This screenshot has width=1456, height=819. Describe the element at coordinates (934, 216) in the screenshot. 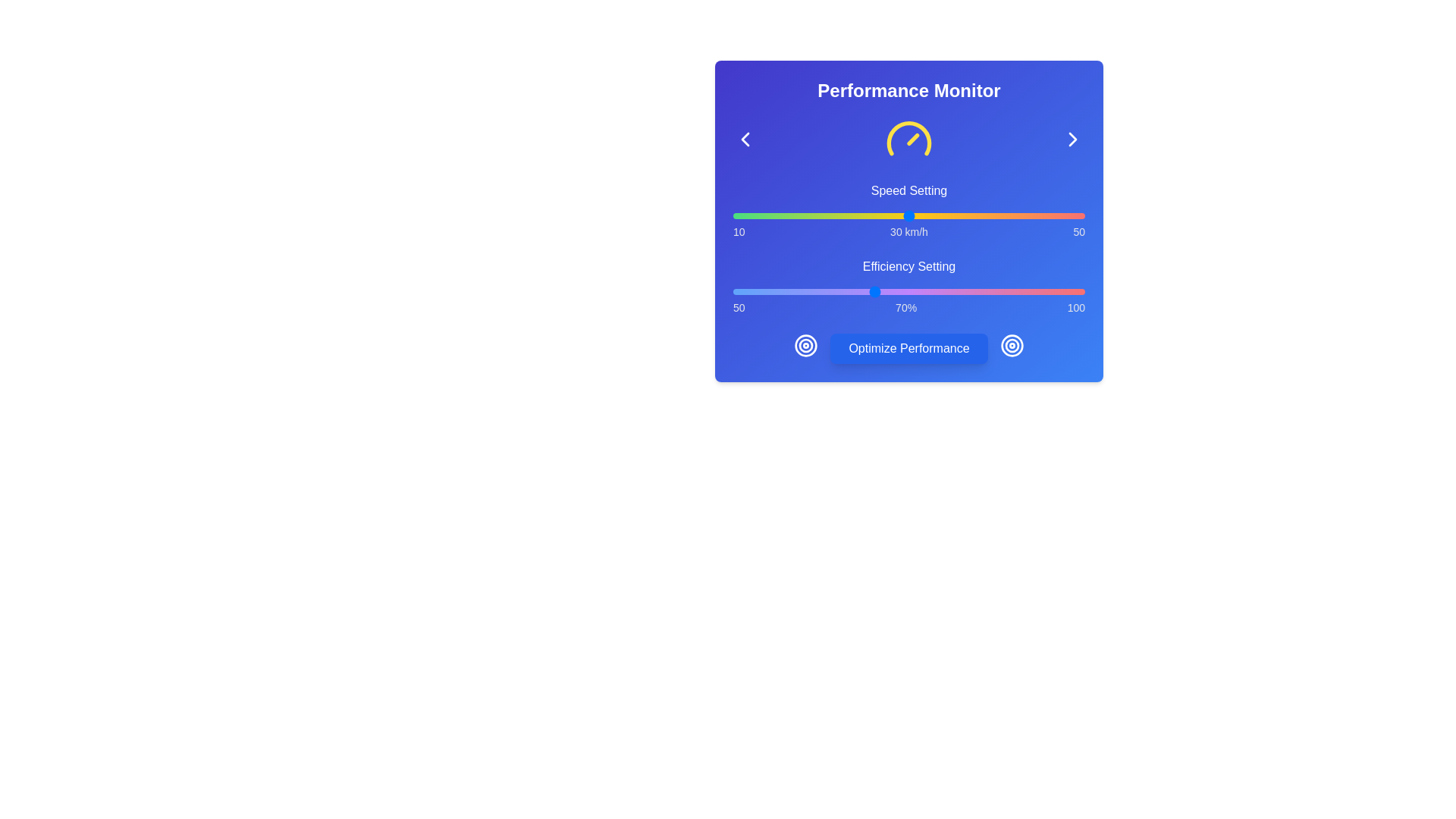

I see `the speed slider to 33 km/h` at that location.